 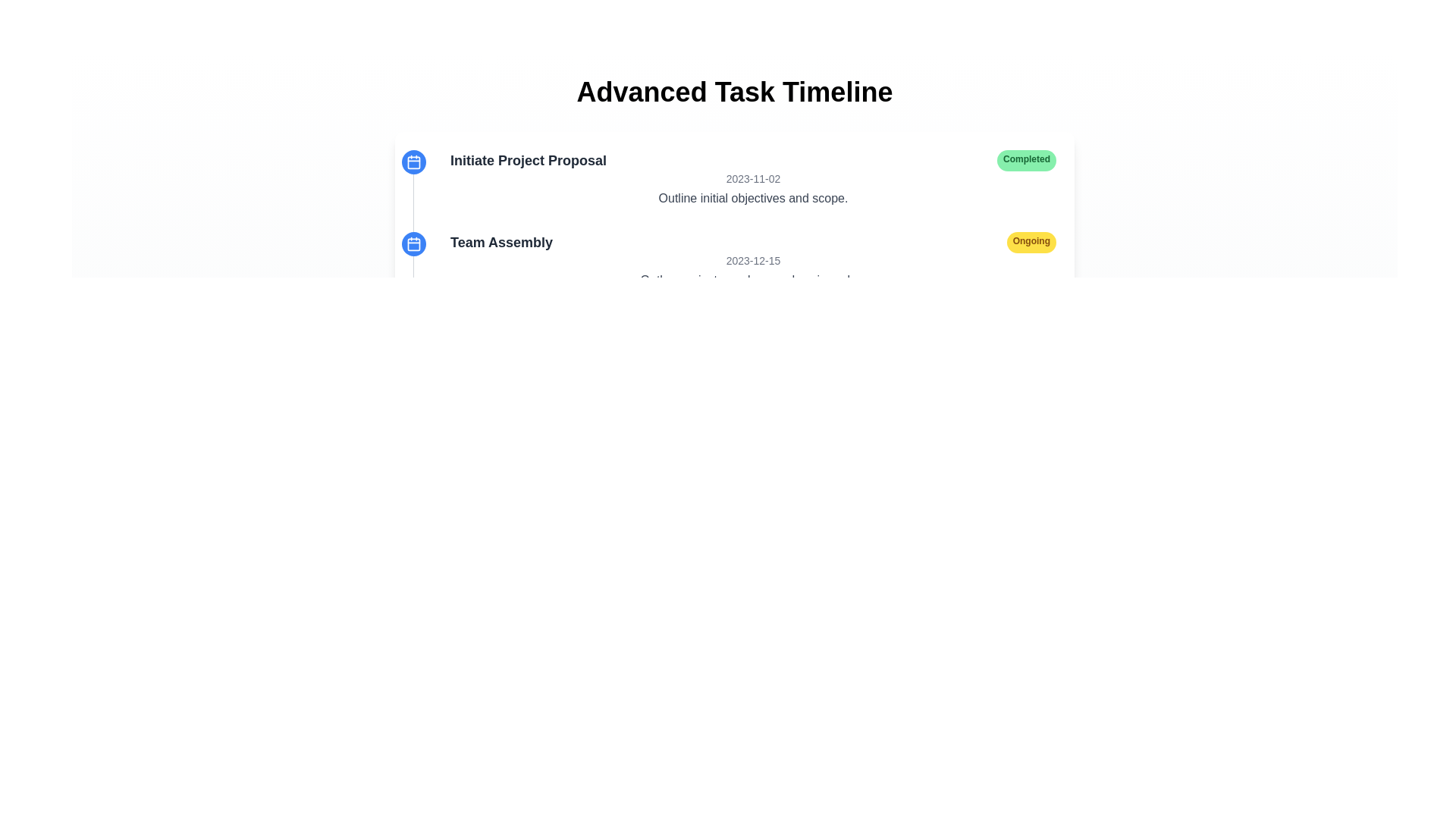 I want to click on text component displaying 'Outline initial objectives and scope.' located beneath the heading 'Initiate Project Proposal', so click(x=753, y=198).